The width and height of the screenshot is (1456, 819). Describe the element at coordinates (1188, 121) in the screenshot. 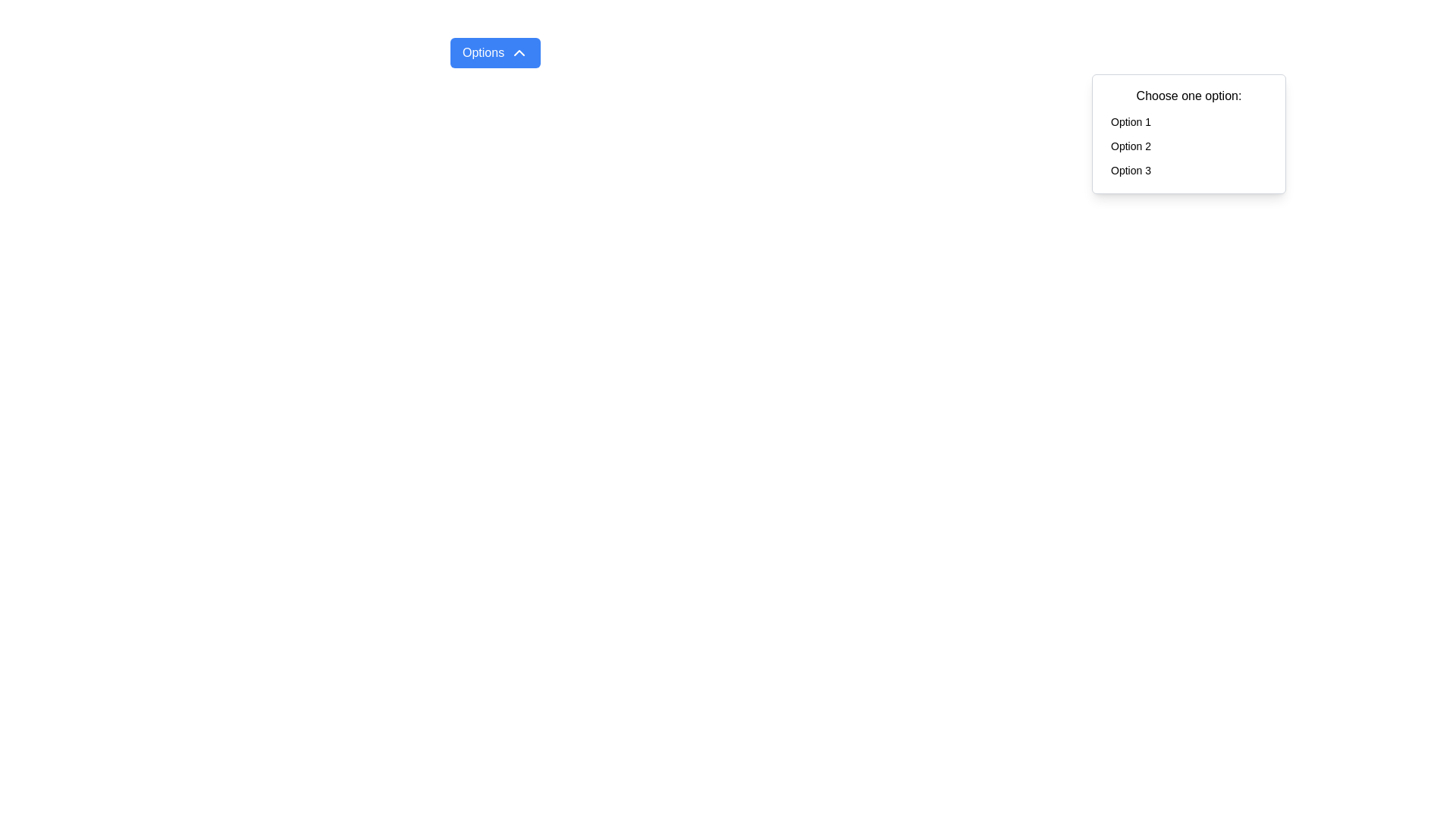

I see `the button labeled 'Option 1' located in the drop-down menu` at that location.